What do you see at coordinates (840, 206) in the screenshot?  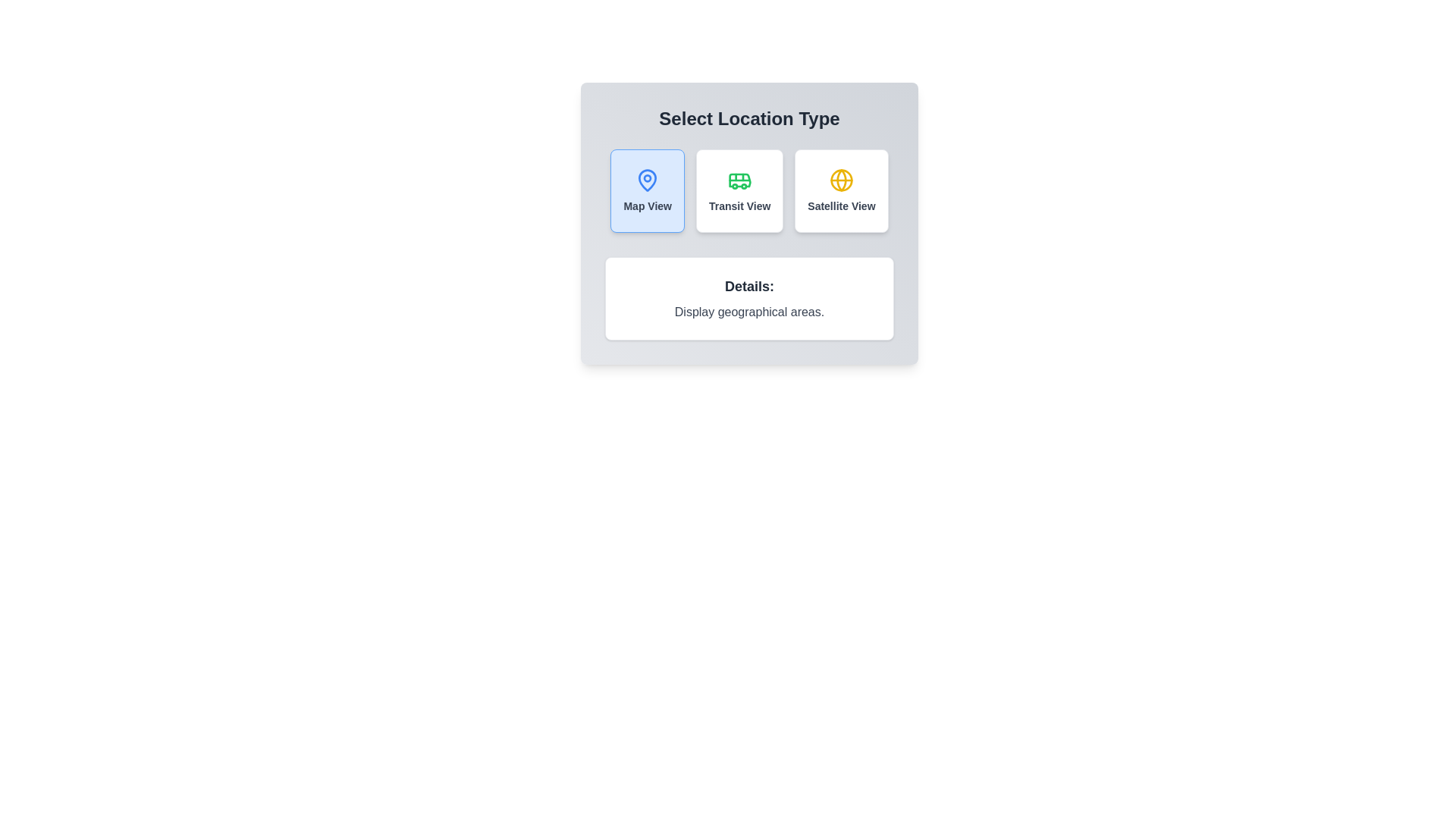 I see `text label 'Satellite View' located at the bottom of the third card in the 'Select Location Type' box` at bounding box center [840, 206].